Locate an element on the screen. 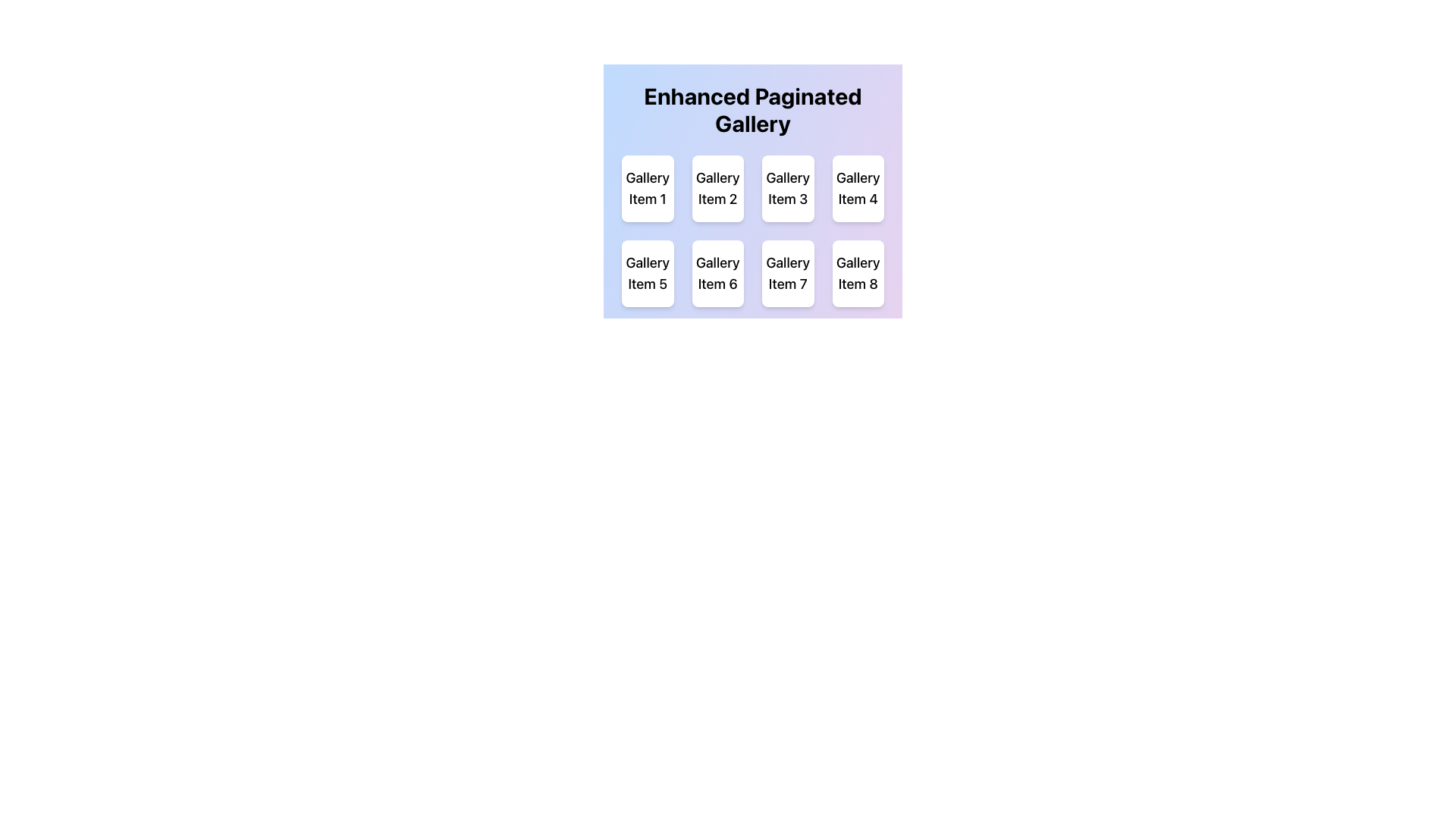 This screenshot has height=819, width=1456. the button-like interactive card labeled 'Gallery Item 5', which is located in the second row and first column of the grid layout is located at coordinates (648, 274).